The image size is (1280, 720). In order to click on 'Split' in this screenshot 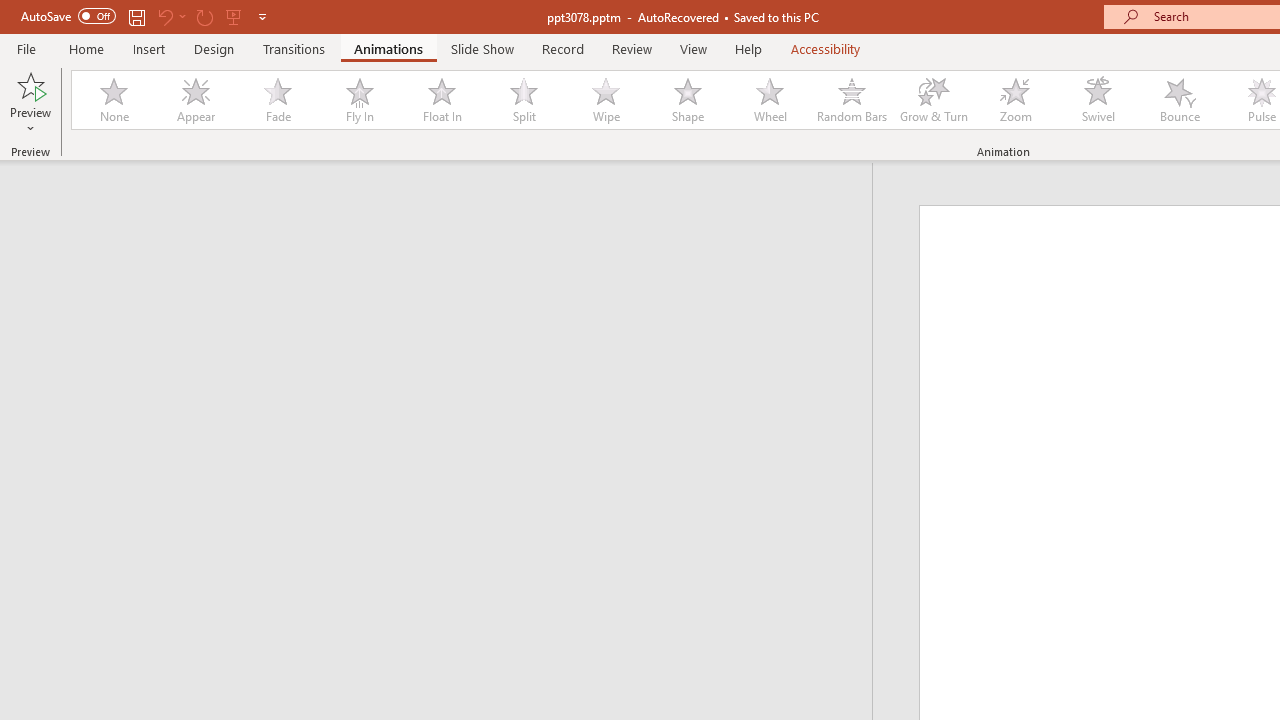, I will do `click(523, 100)`.